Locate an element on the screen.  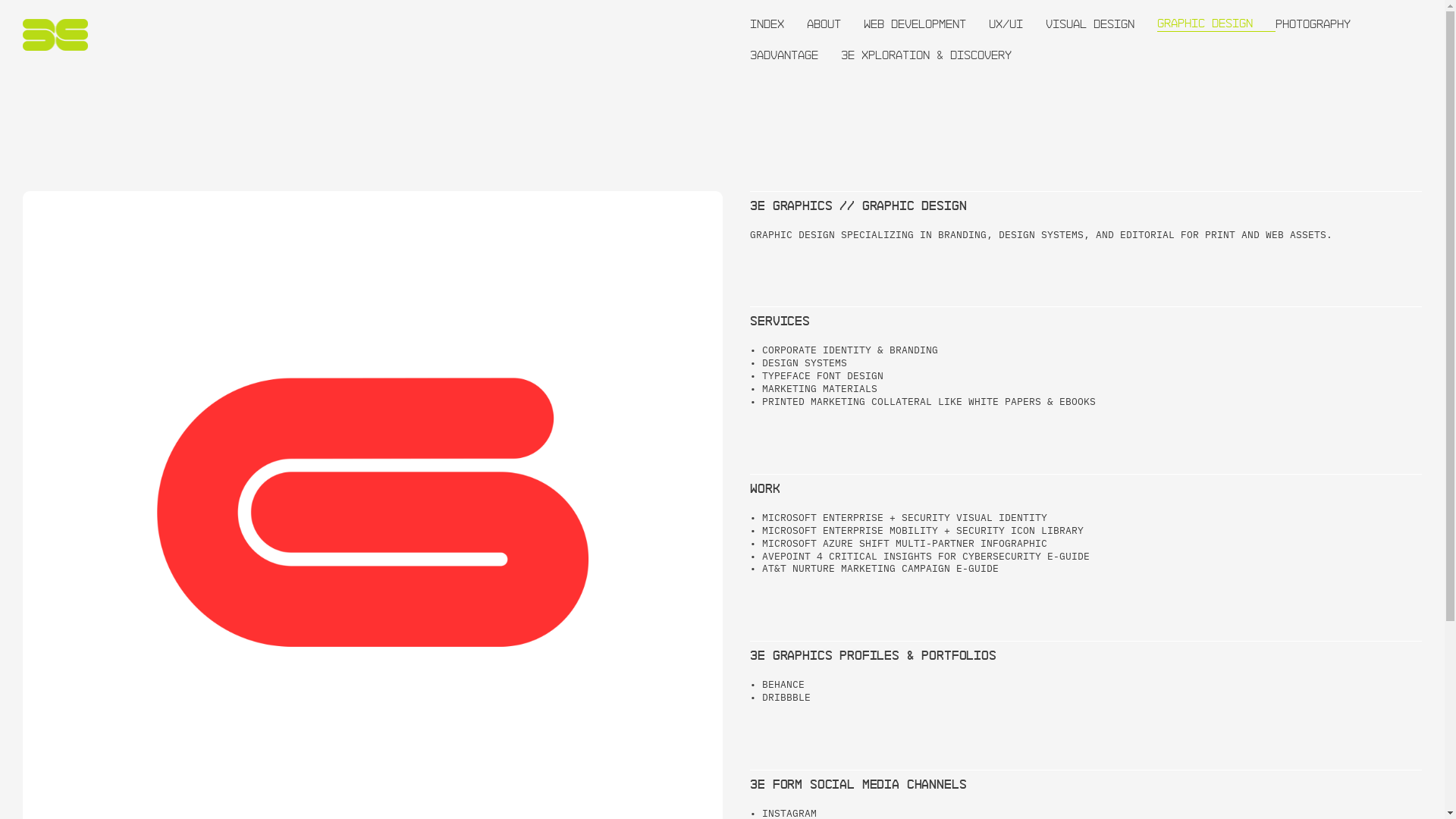
'INDEX' is located at coordinates (778, 15).